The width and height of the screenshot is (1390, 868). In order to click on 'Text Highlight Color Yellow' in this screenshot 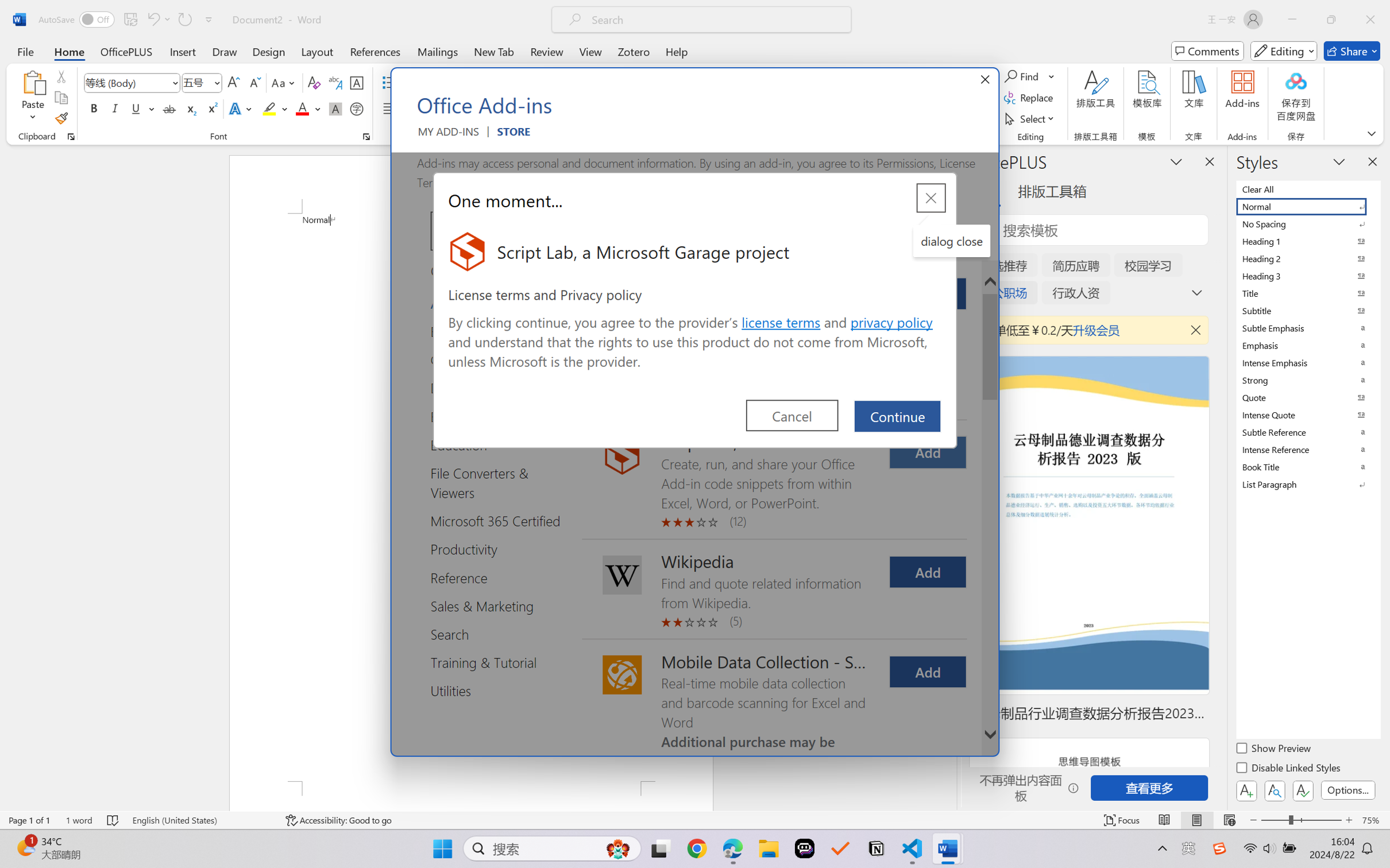, I will do `click(269, 108)`.